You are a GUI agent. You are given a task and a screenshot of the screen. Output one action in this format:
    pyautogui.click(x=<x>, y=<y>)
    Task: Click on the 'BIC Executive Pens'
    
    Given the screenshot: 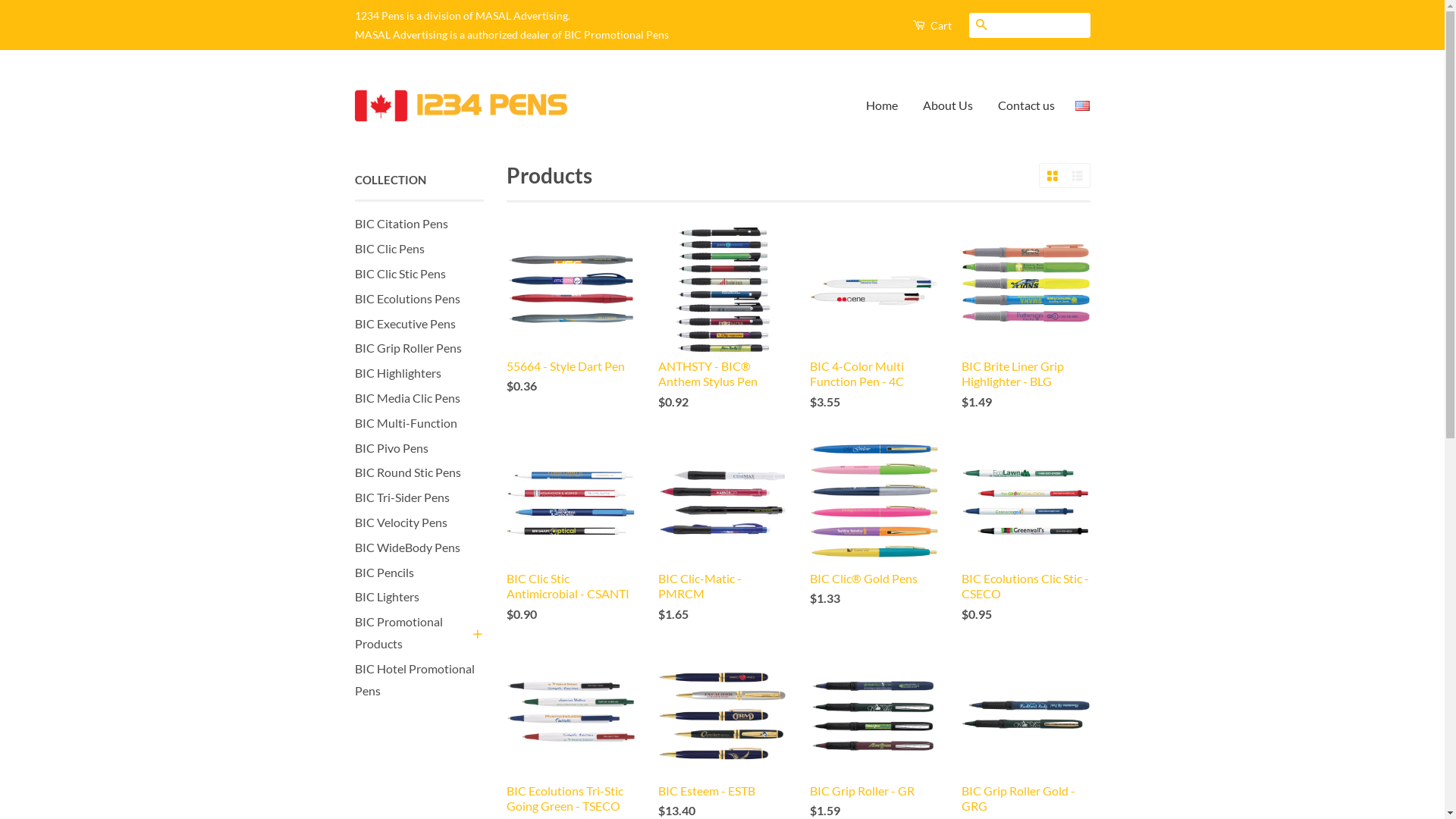 What is the action you would take?
    pyautogui.click(x=405, y=322)
    